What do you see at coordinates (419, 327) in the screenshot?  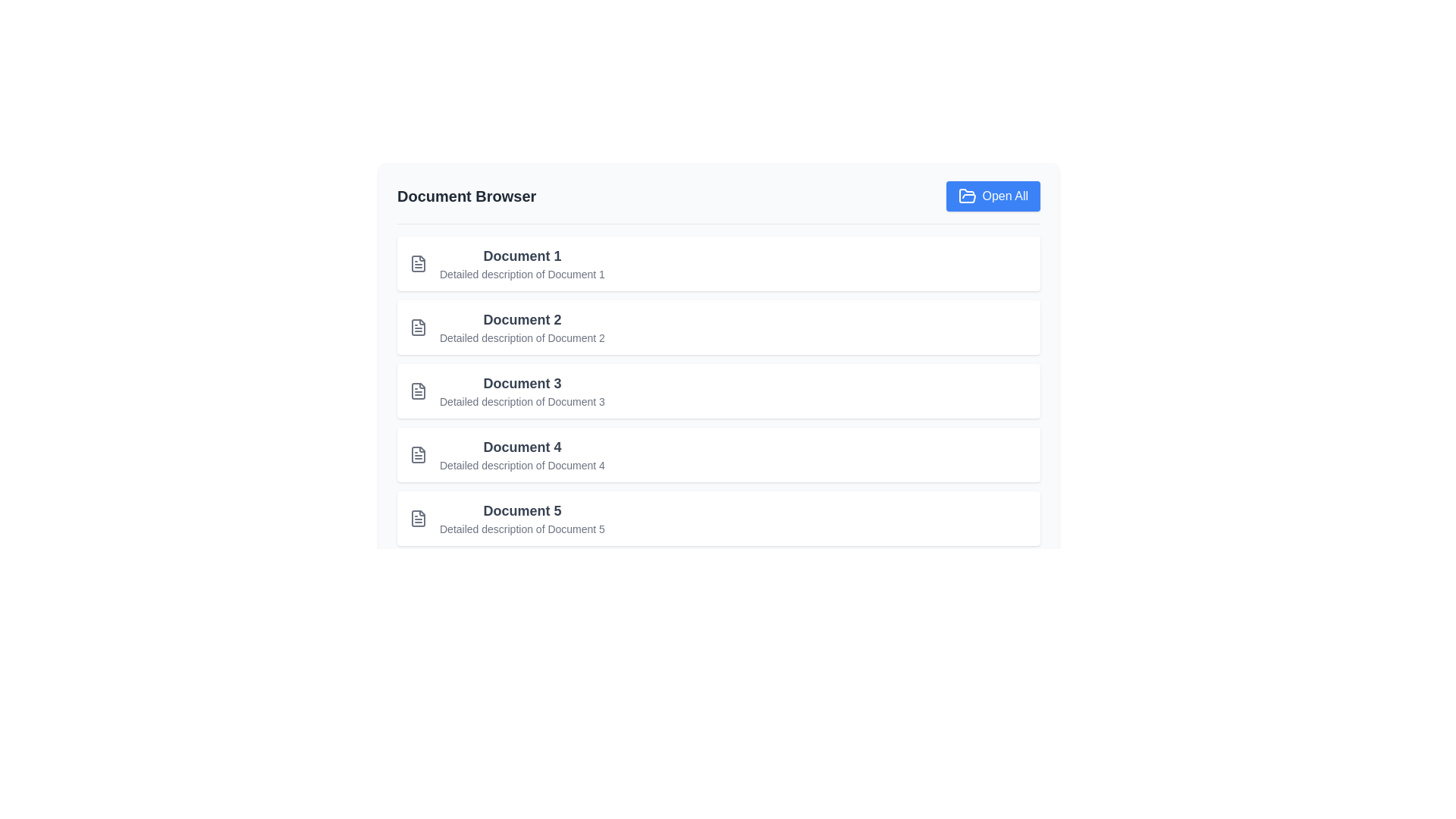 I see `the document icon representing 'Document 2' located in the second row of the document list` at bounding box center [419, 327].